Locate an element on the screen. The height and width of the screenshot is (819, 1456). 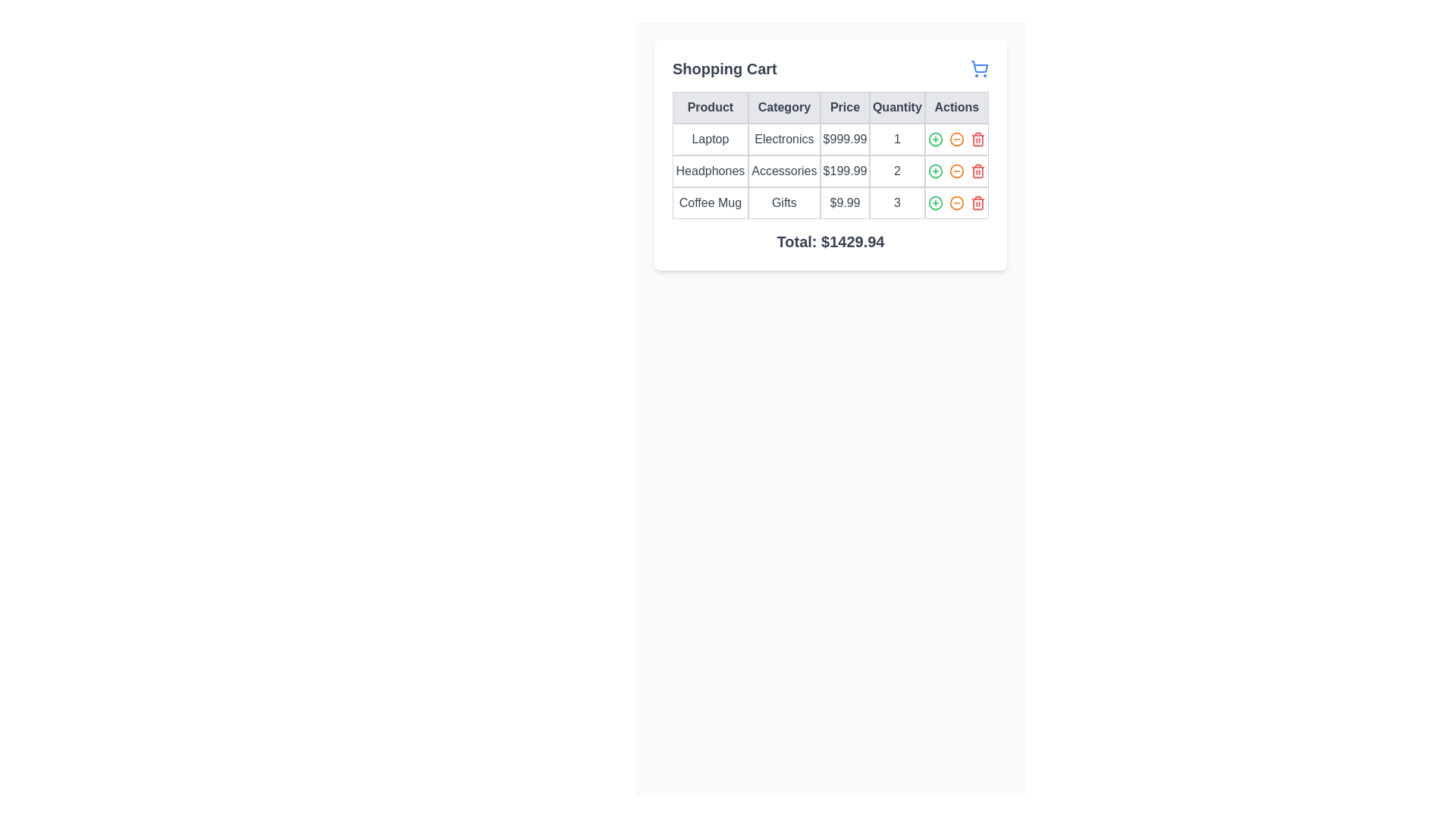
the total cost display element located at the bottom of the shopping cart interface, which shows the cumulative cost of products in the cart is located at coordinates (830, 241).